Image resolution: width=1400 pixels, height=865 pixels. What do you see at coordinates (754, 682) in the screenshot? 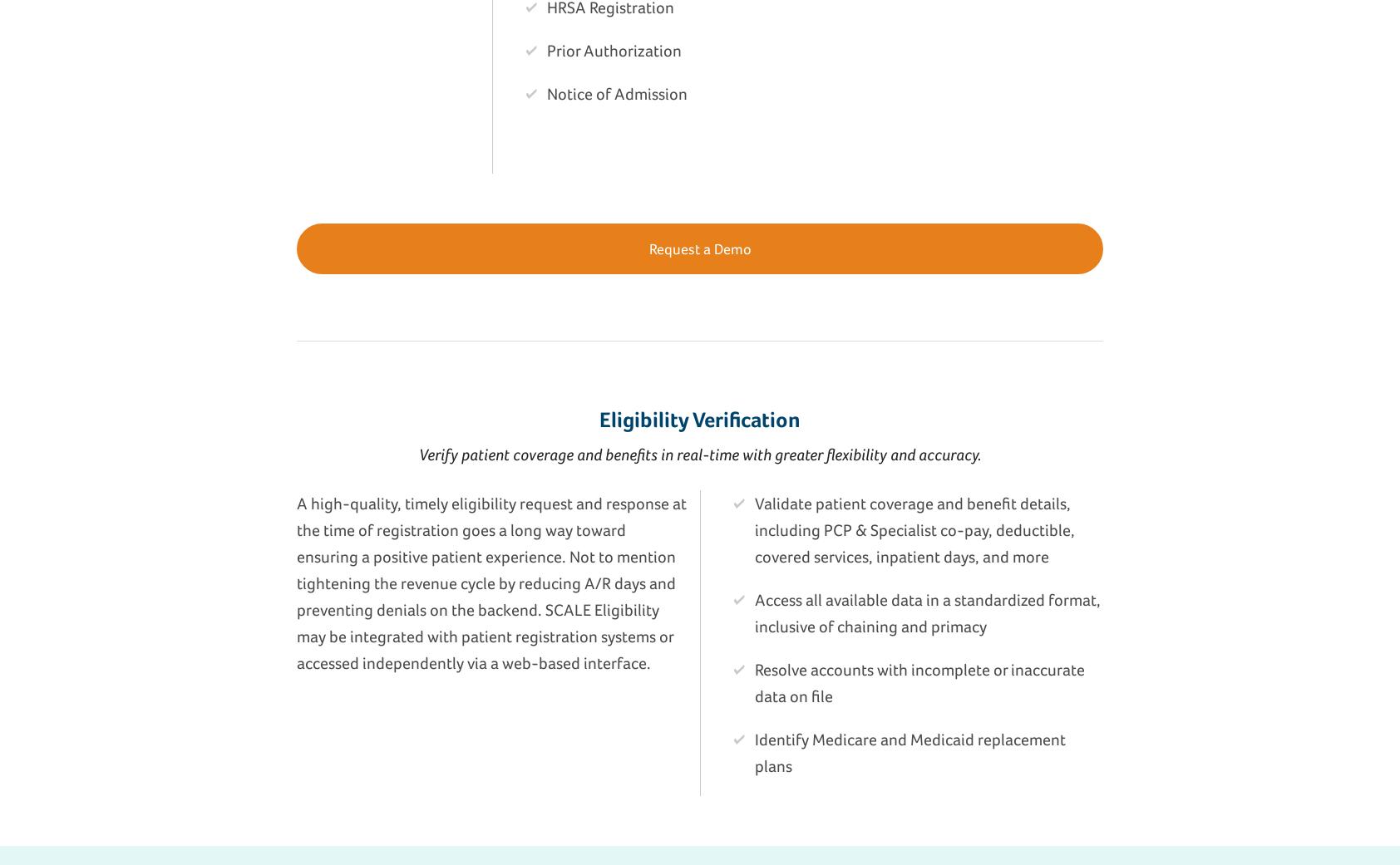
I see `'Resolve accounts with incomplete or inaccurate data on file'` at bounding box center [754, 682].